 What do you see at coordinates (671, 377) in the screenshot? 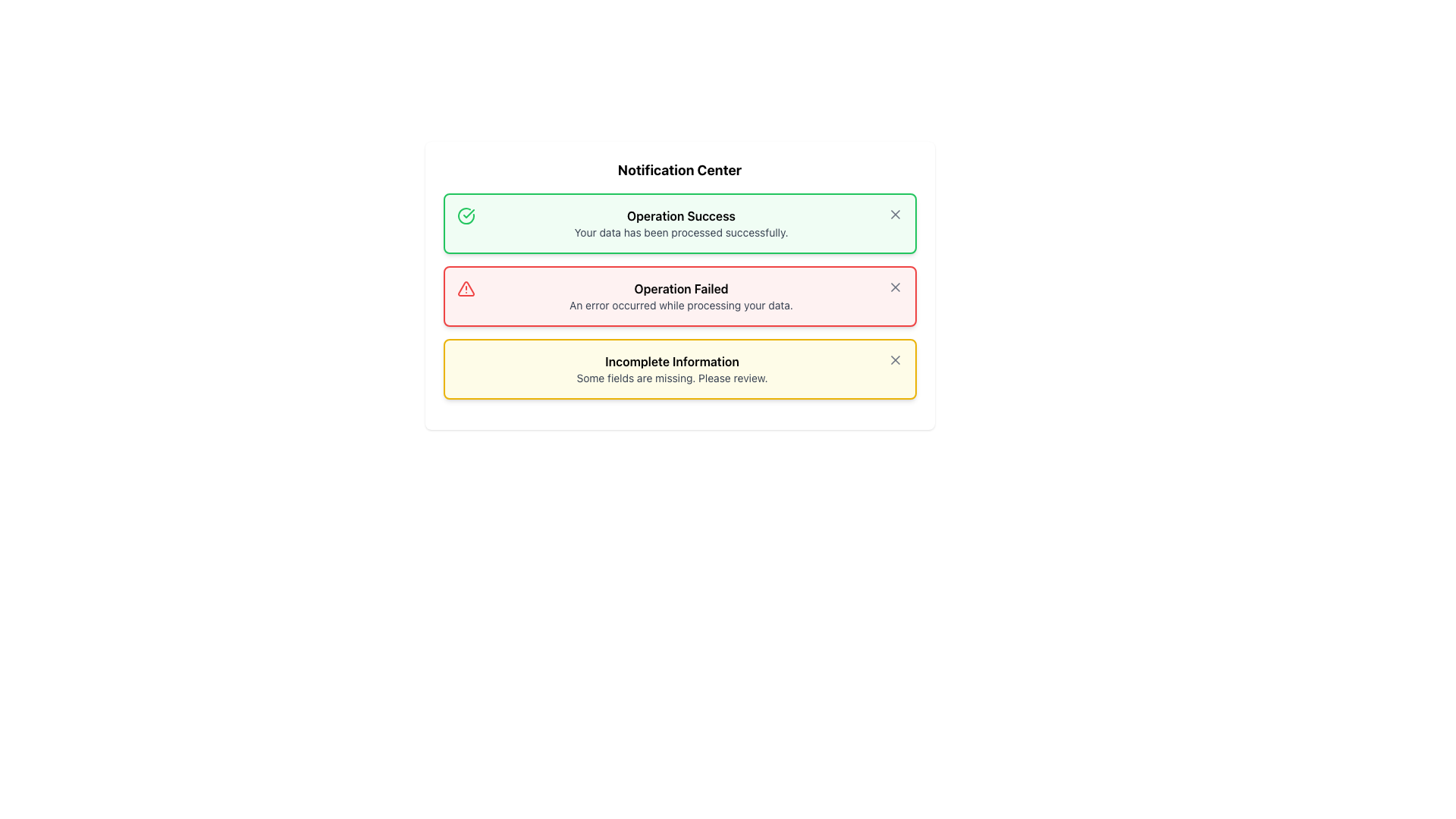
I see `the static text element providing additional information related to the warning in the notification box, which is positioned below the title 'Incomplete Information'` at bounding box center [671, 377].